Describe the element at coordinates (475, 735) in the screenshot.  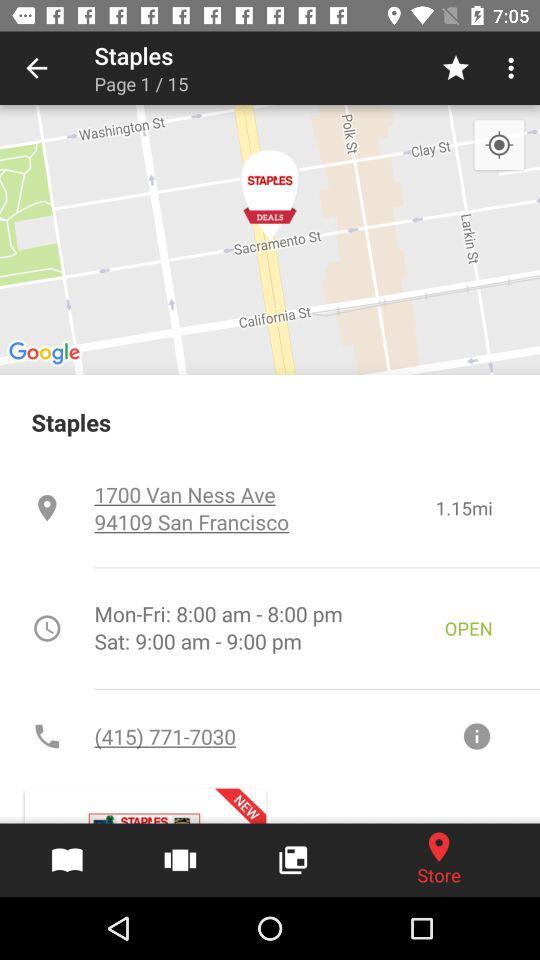
I see `more information` at that location.